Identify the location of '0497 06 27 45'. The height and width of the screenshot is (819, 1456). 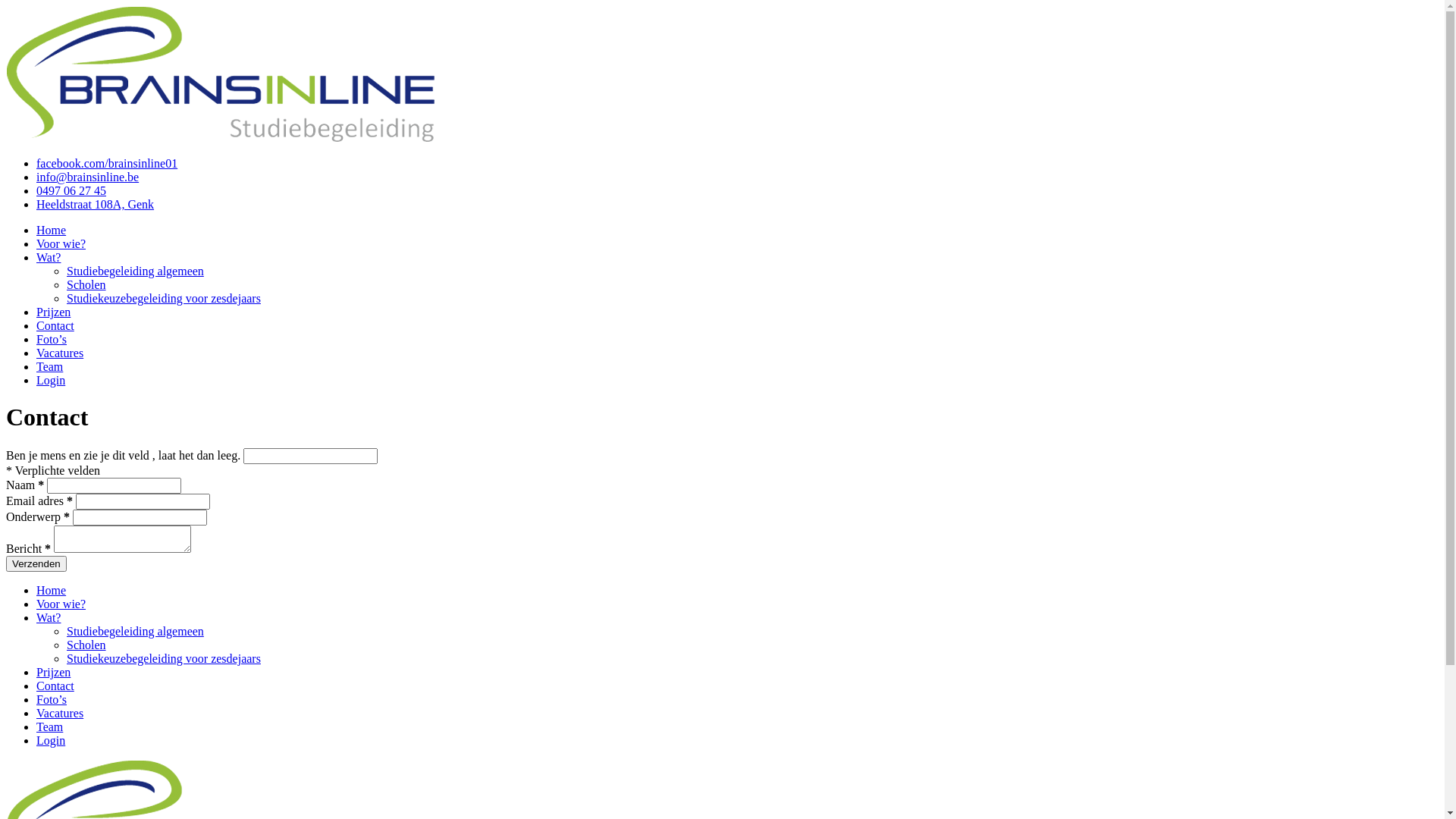
(36, 190).